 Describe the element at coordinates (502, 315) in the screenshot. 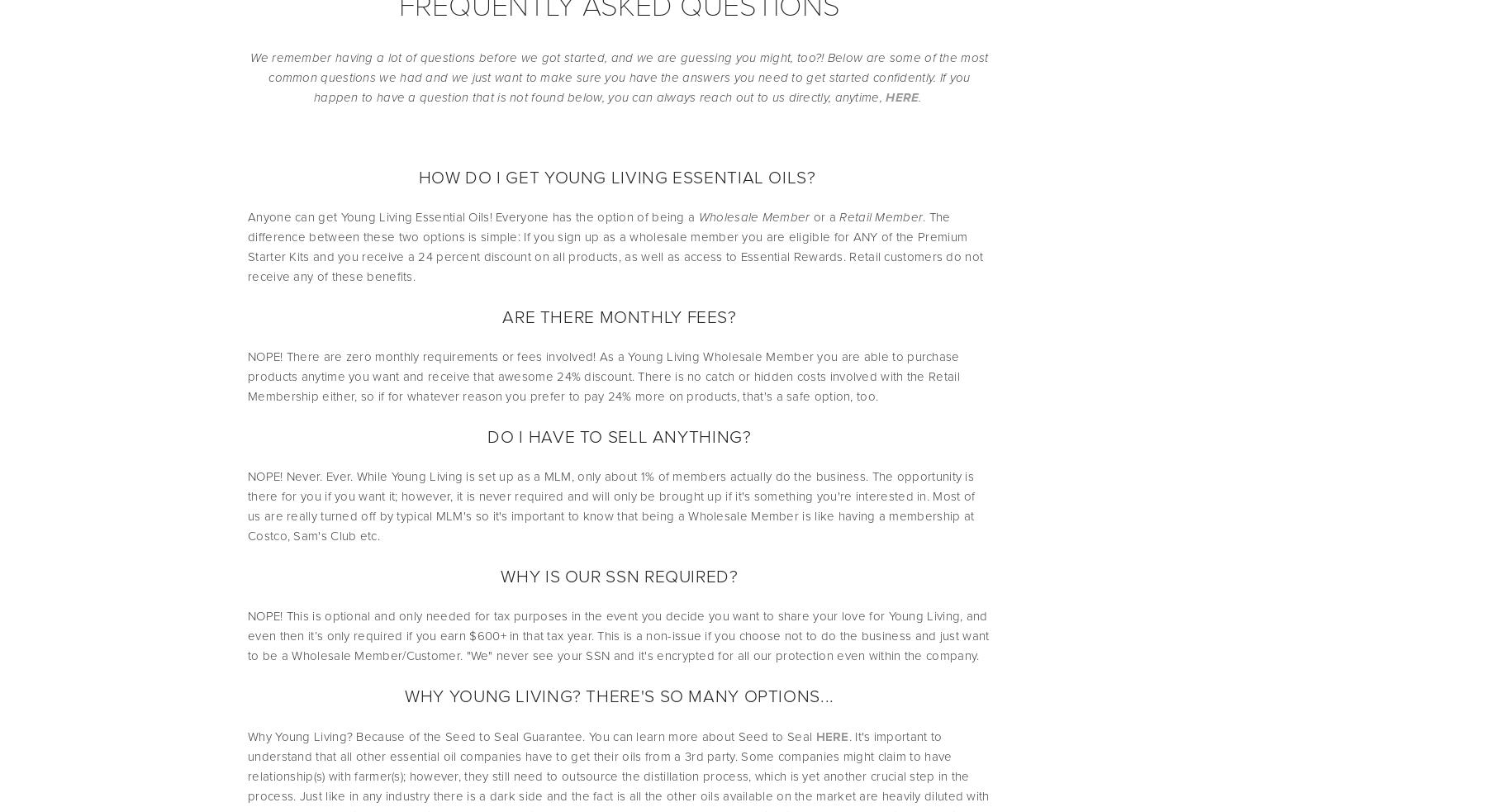

I see `'ARE THERE MONTHLY FEES?'` at that location.